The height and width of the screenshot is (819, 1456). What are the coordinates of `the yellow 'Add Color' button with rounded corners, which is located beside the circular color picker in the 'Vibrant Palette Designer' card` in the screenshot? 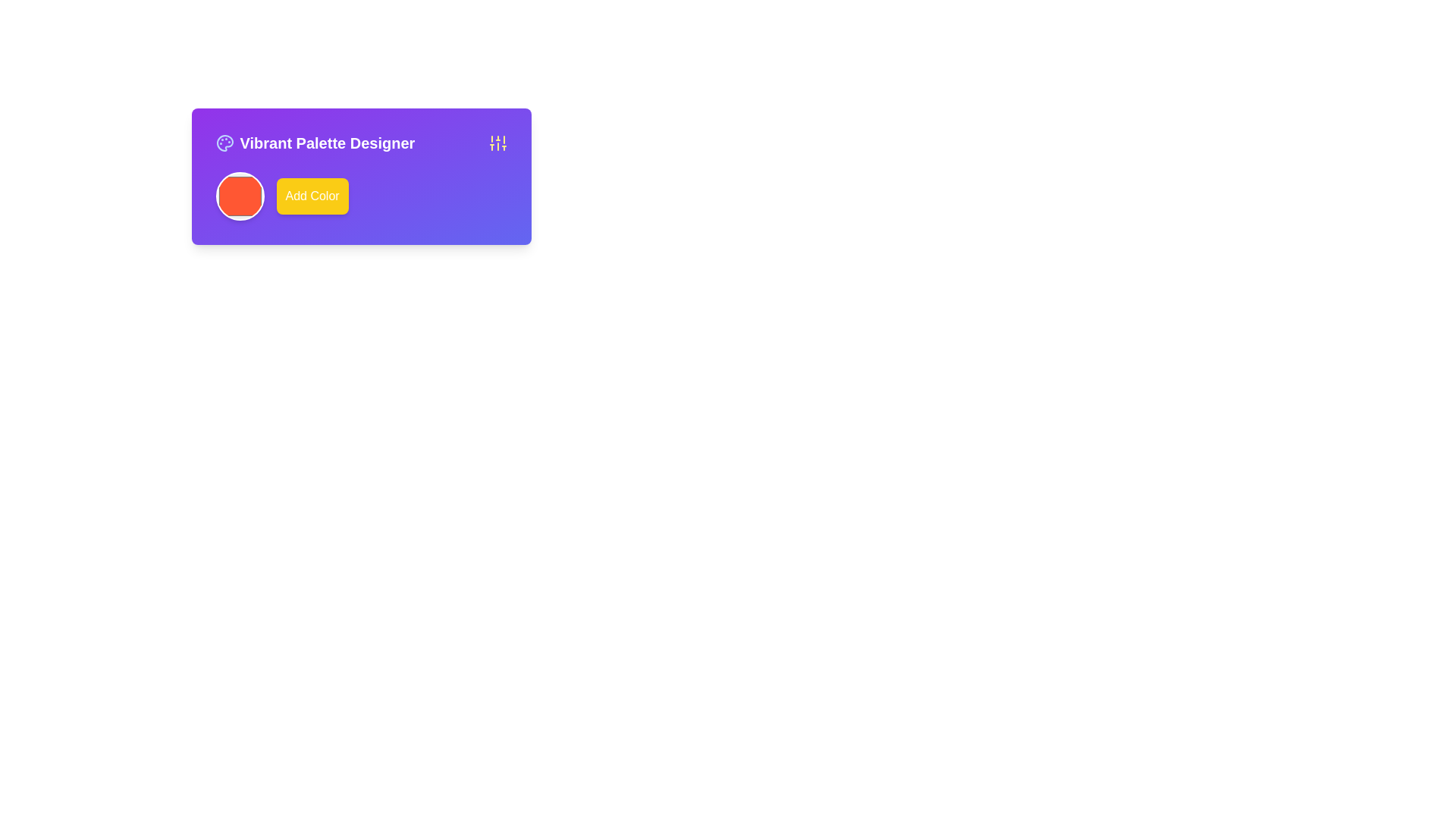 It's located at (360, 195).